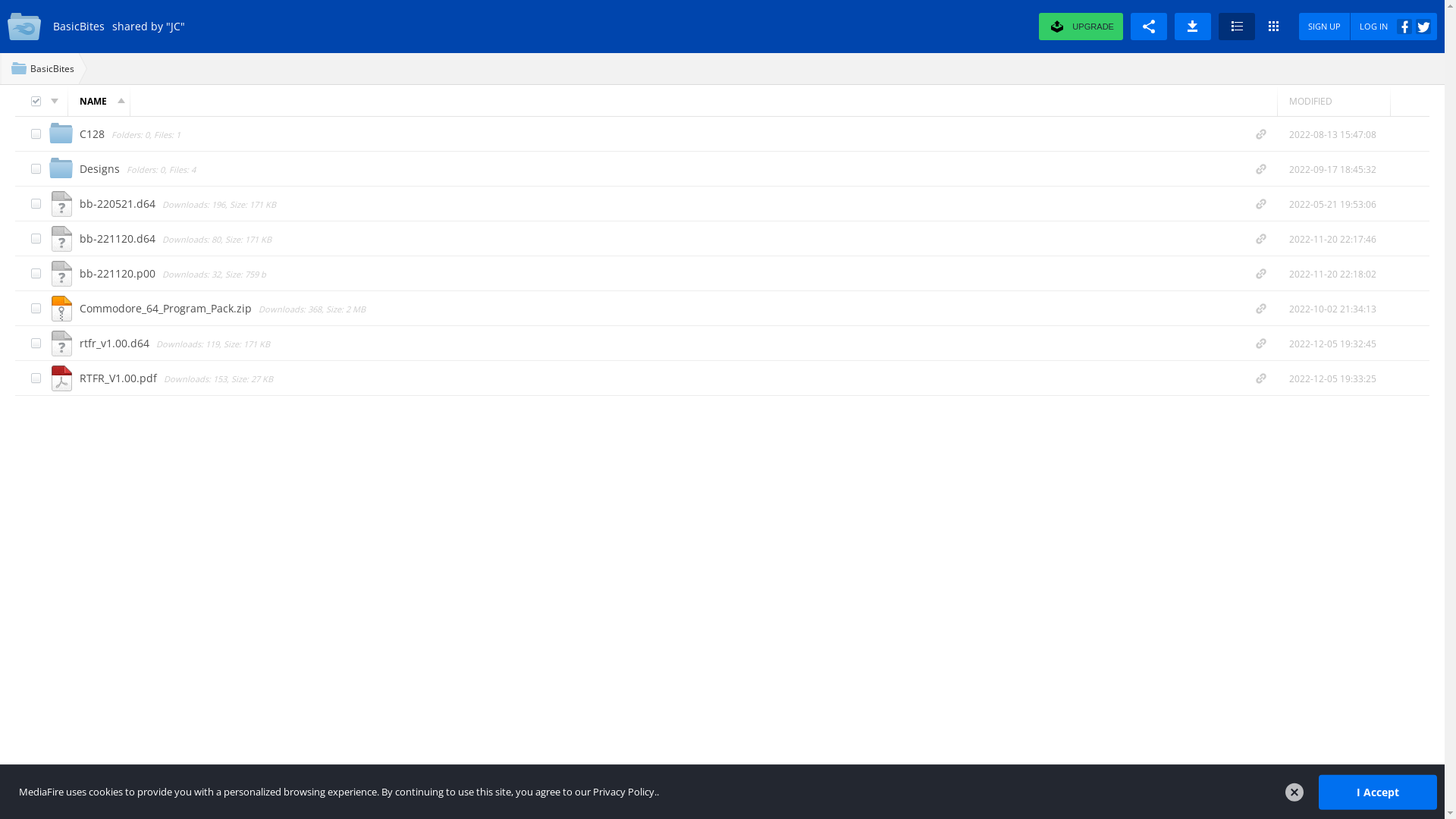  What do you see at coordinates (93, 132) in the screenshot?
I see `'C128'` at bounding box center [93, 132].